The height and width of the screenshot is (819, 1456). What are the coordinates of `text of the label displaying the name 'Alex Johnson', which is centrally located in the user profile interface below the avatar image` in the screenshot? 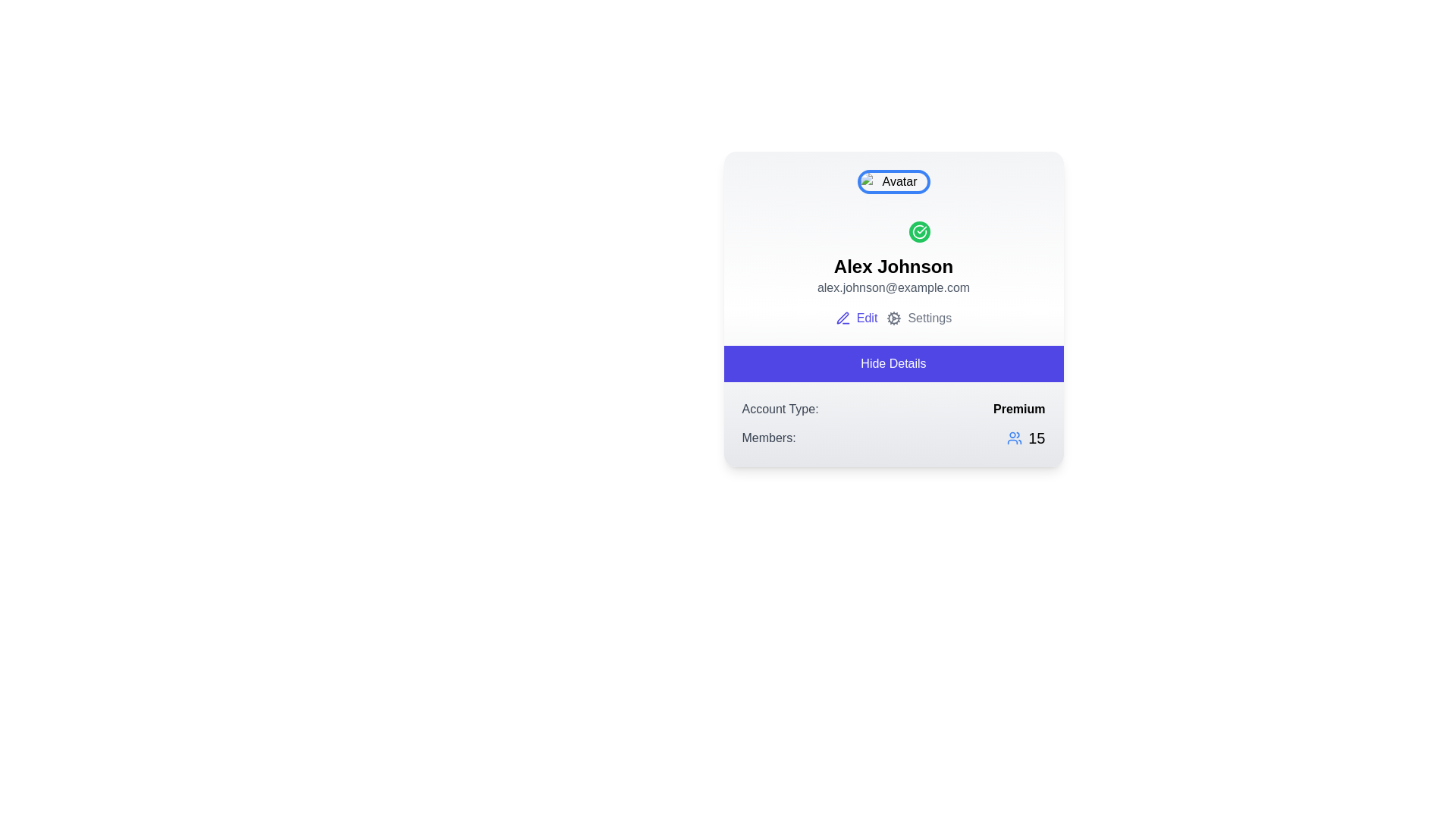 It's located at (893, 265).